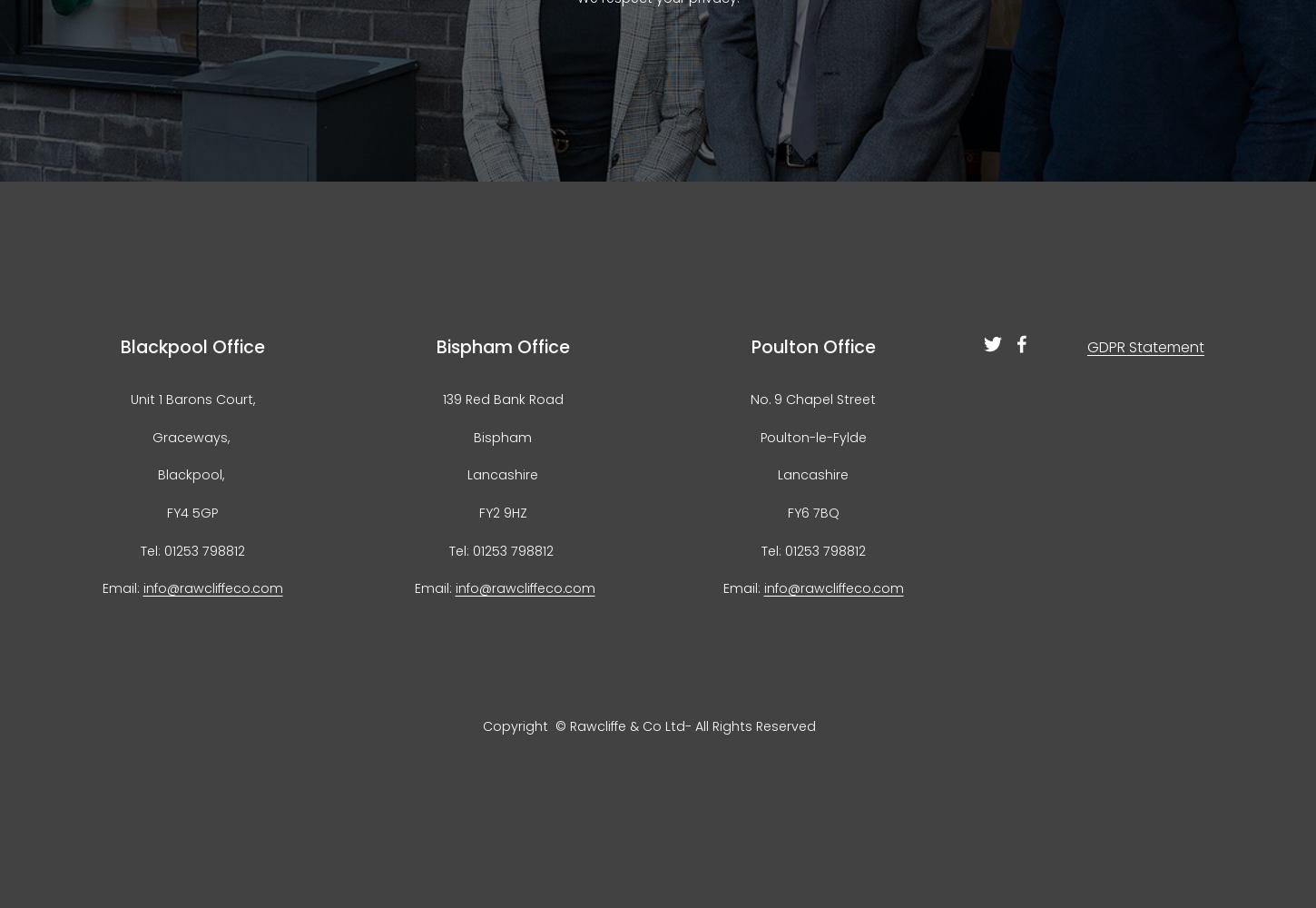 This screenshot has width=1316, height=908. I want to click on 'Poulton Office', so click(811, 346).